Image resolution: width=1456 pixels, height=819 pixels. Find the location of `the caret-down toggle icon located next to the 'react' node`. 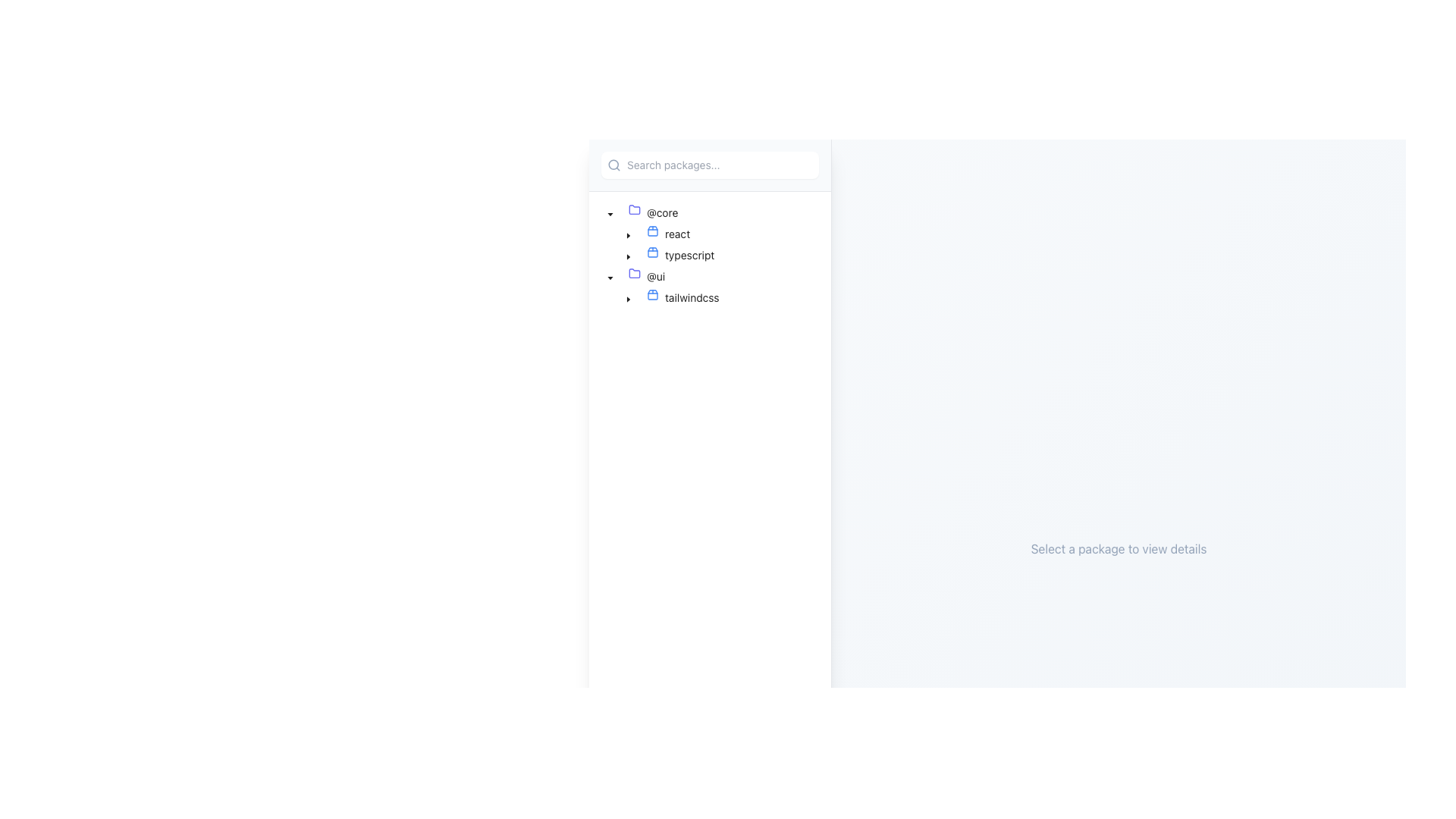

the caret-down toggle icon located next to the 'react' node is located at coordinates (629, 236).